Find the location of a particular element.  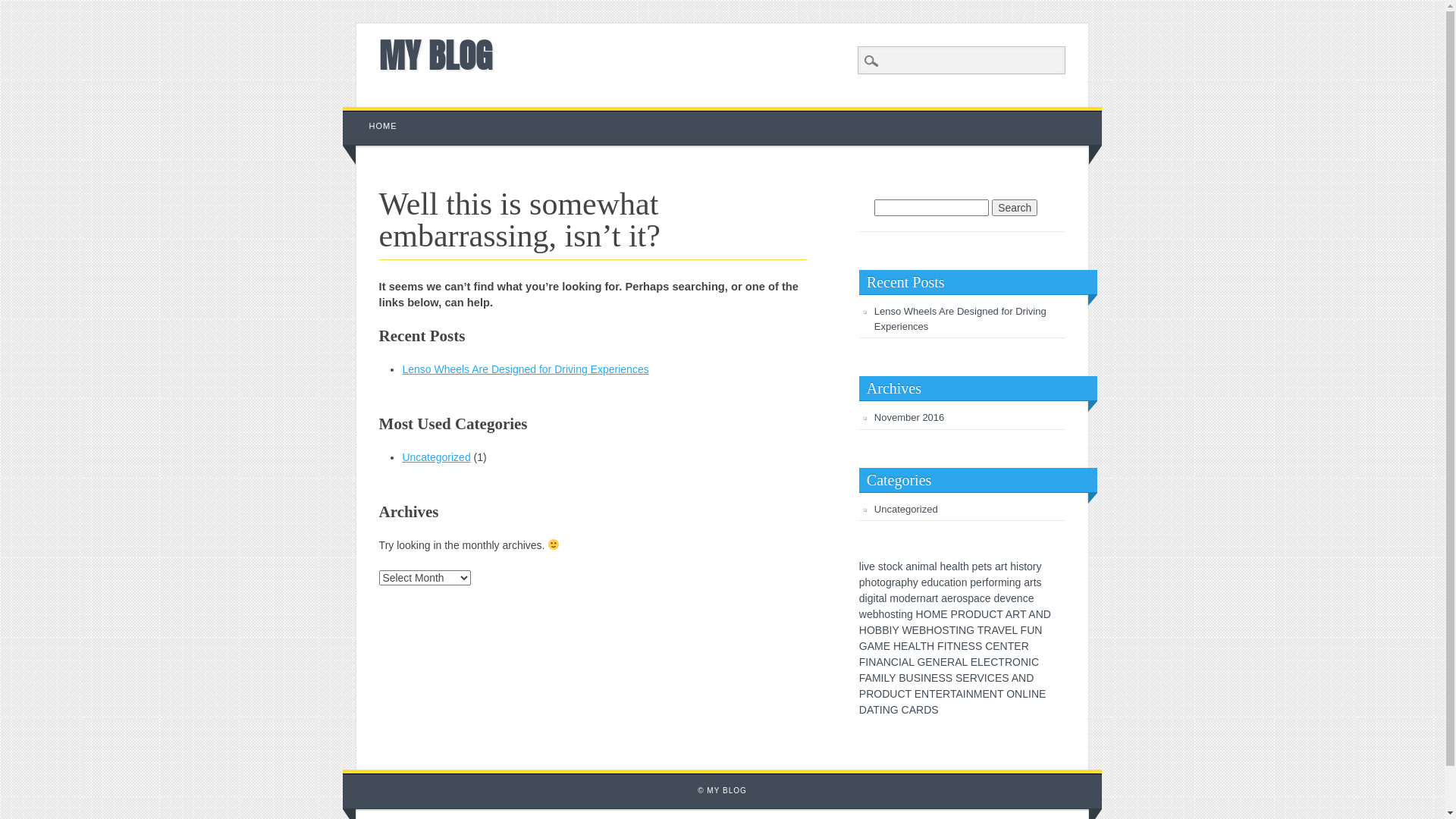

'A' is located at coordinates (958, 693).